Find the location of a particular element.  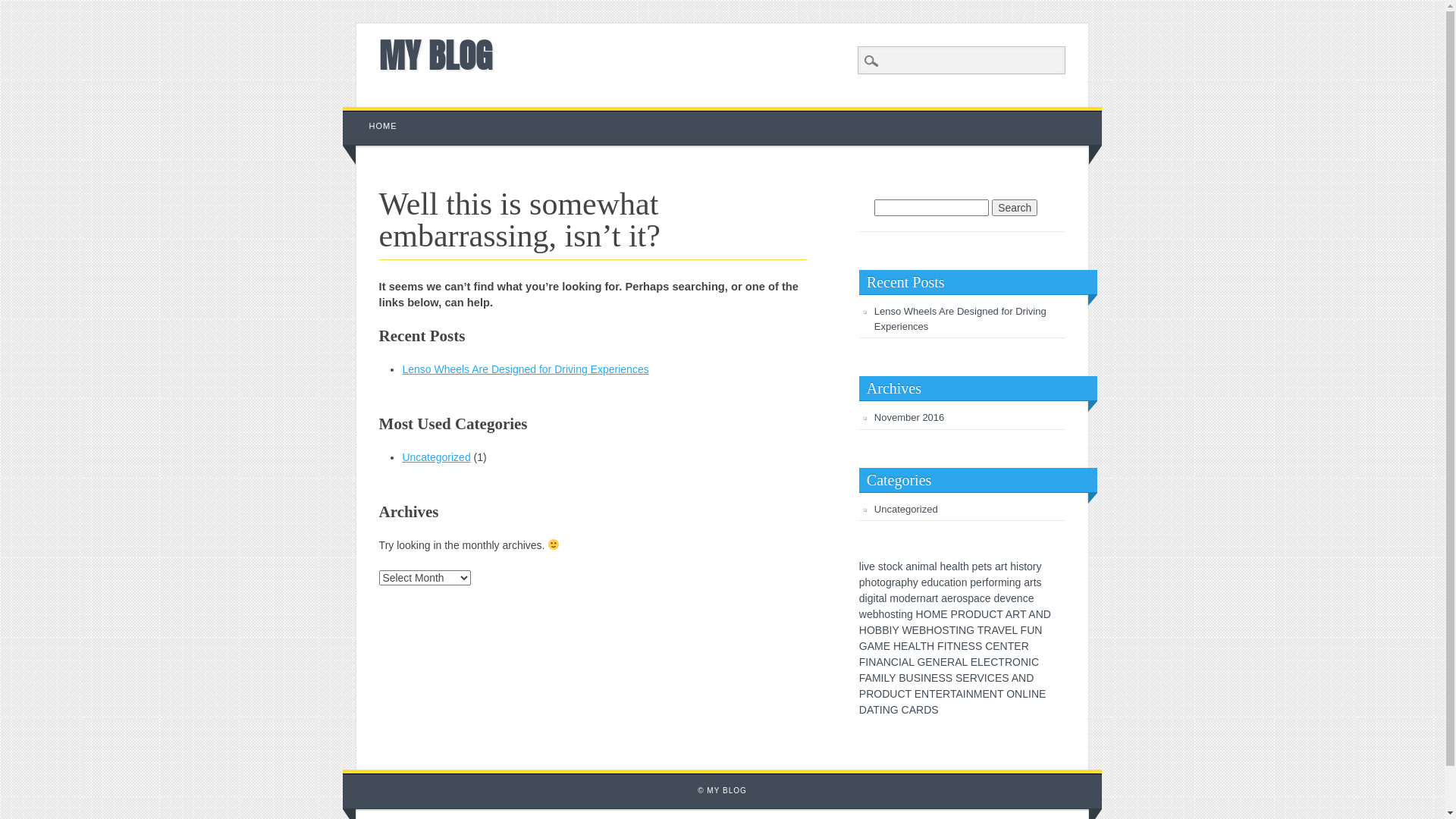

'A' is located at coordinates (958, 693).